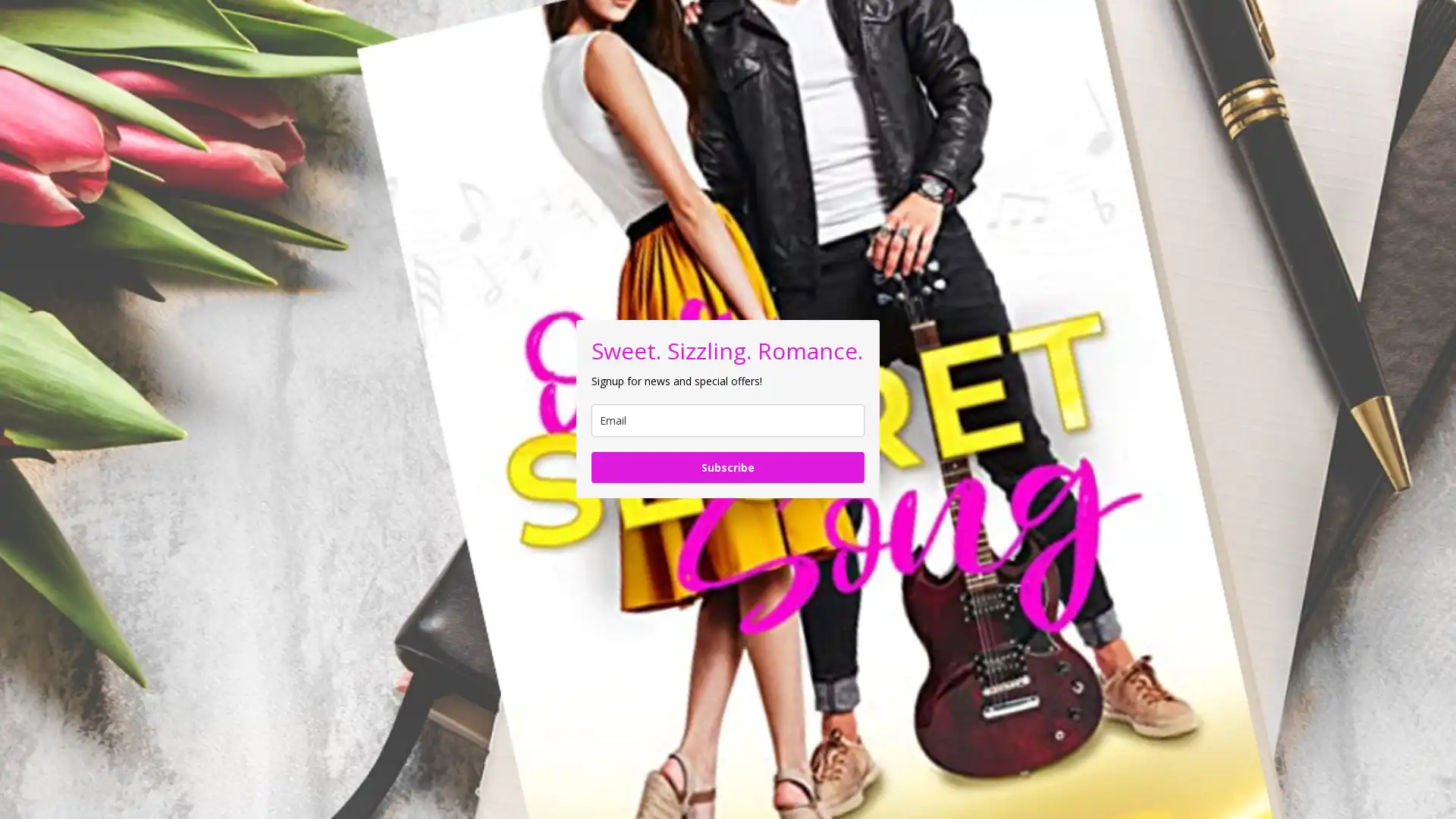 The width and height of the screenshot is (1456, 819). Describe the element at coordinates (728, 466) in the screenshot. I see `Subscribe` at that location.